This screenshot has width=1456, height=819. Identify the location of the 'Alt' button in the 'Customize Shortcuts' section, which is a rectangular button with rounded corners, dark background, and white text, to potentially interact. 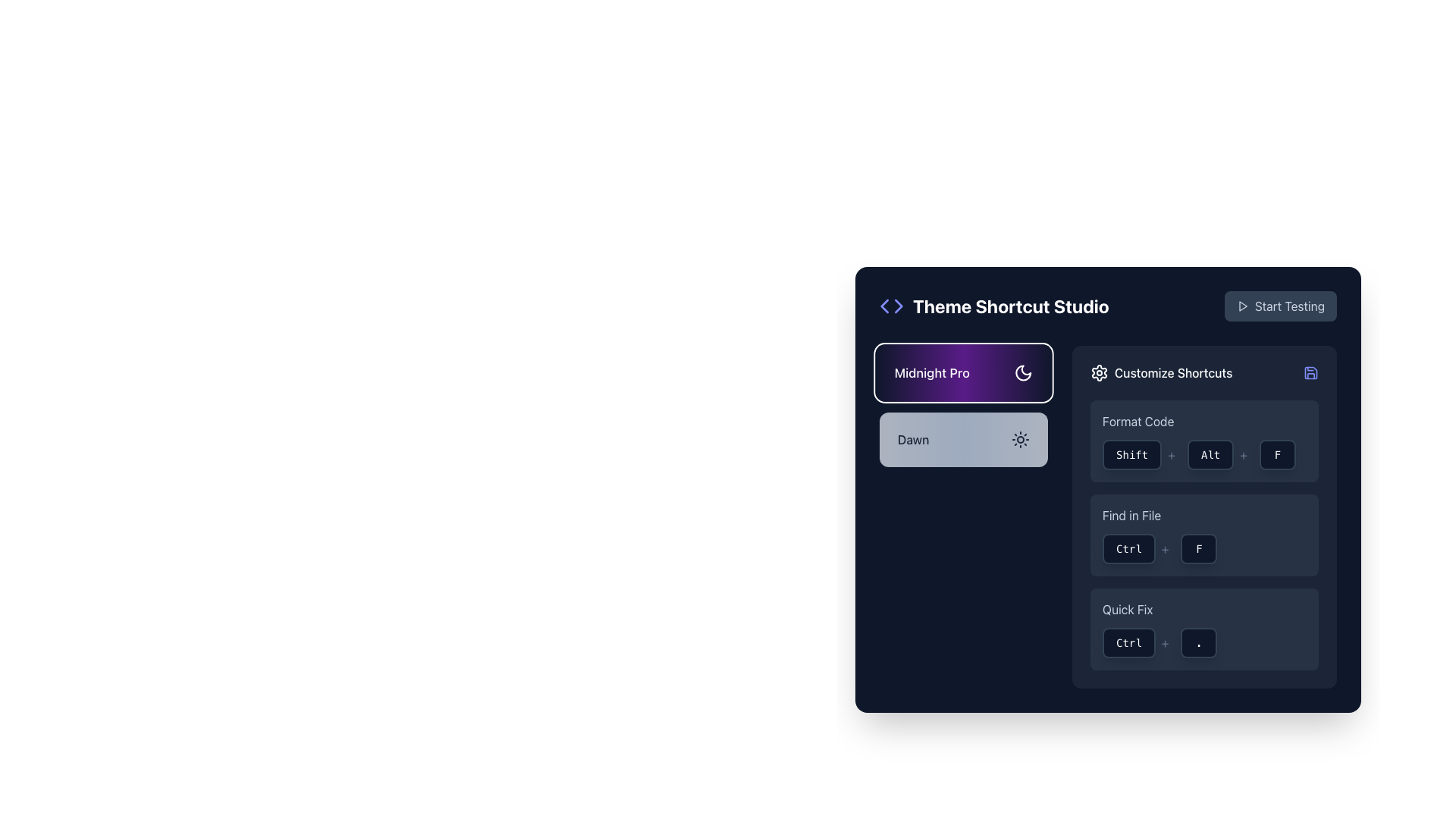
(1210, 454).